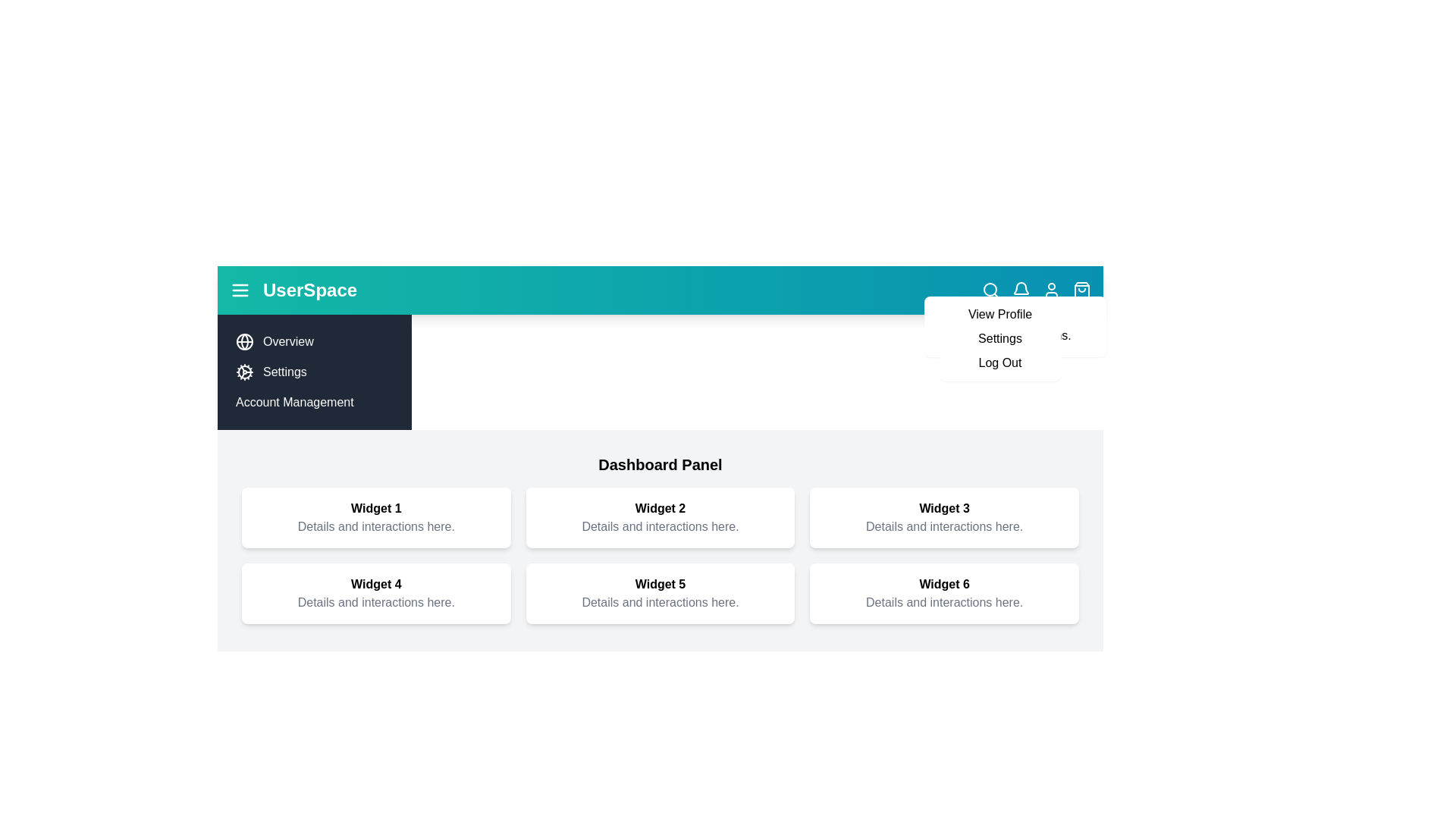  What do you see at coordinates (1051, 290) in the screenshot?
I see `the user profile icon, which is a white line-style icon located in a teal section at the top-right corner of the page, specifically the sixth icon in a horizontal group` at bounding box center [1051, 290].